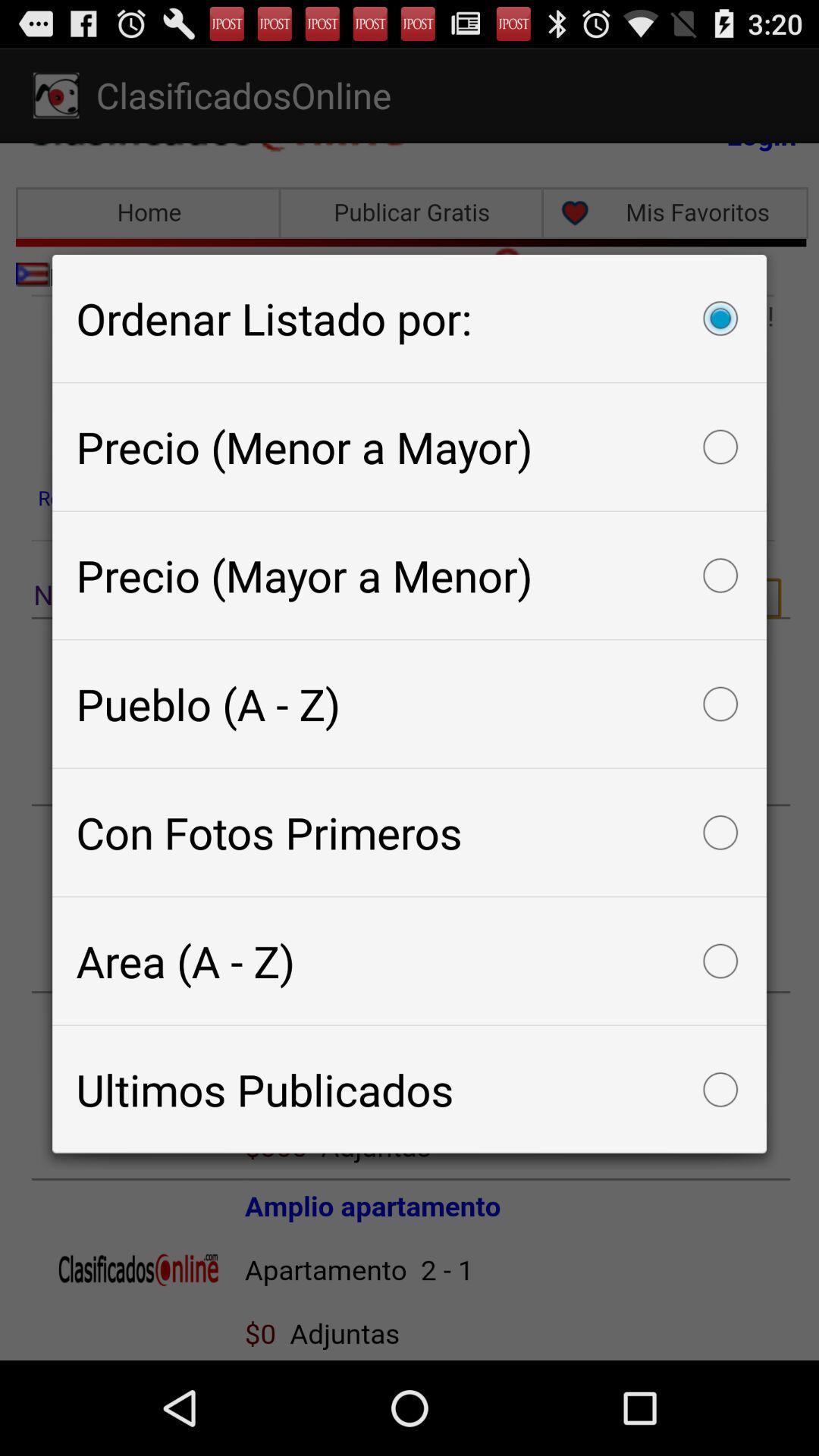  What do you see at coordinates (409, 317) in the screenshot?
I see `checkbox above precio menor a icon` at bounding box center [409, 317].